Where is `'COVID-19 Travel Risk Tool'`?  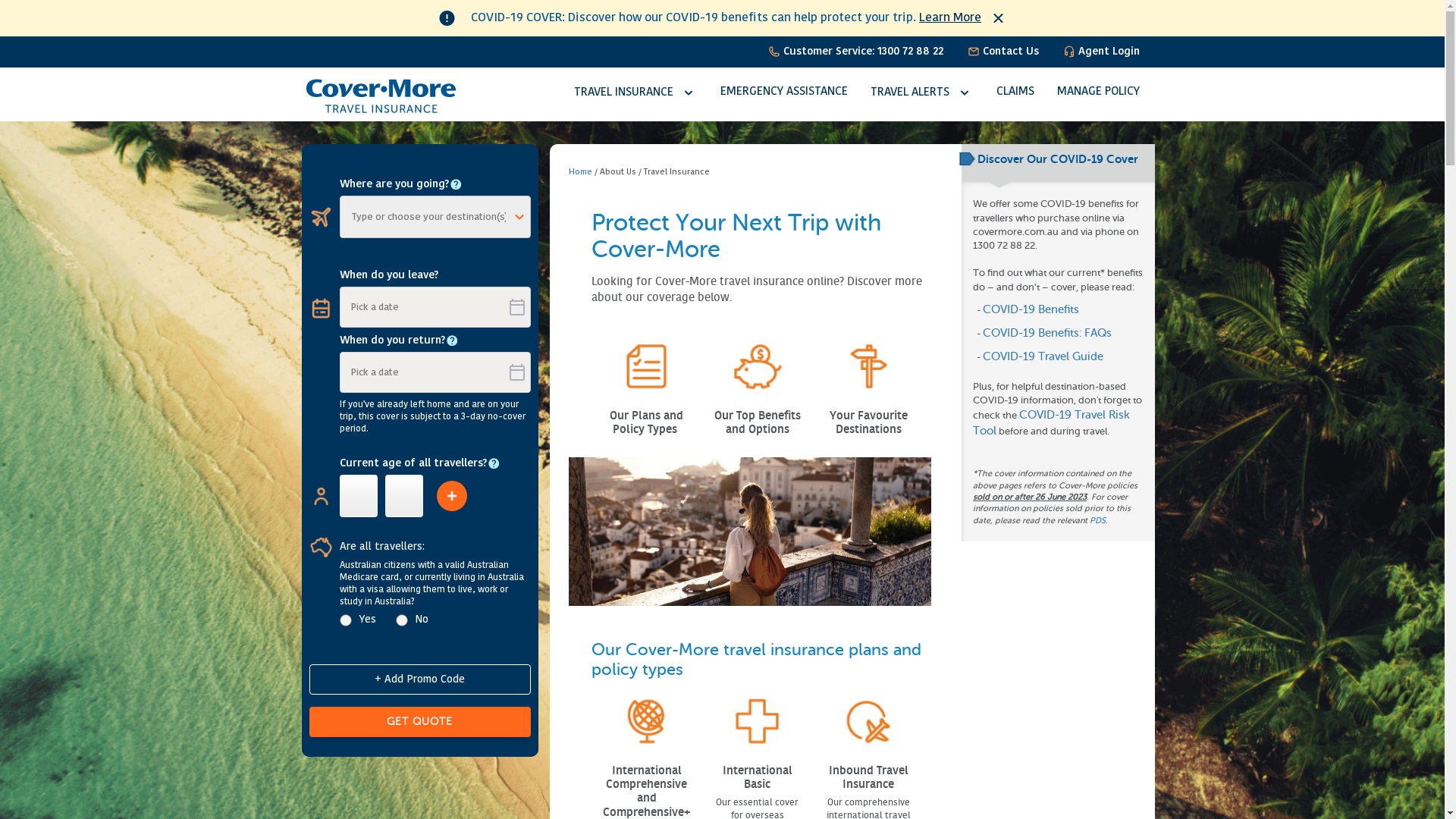
'COVID-19 Travel Risk Tool' is located at coordinates (1050, 423).